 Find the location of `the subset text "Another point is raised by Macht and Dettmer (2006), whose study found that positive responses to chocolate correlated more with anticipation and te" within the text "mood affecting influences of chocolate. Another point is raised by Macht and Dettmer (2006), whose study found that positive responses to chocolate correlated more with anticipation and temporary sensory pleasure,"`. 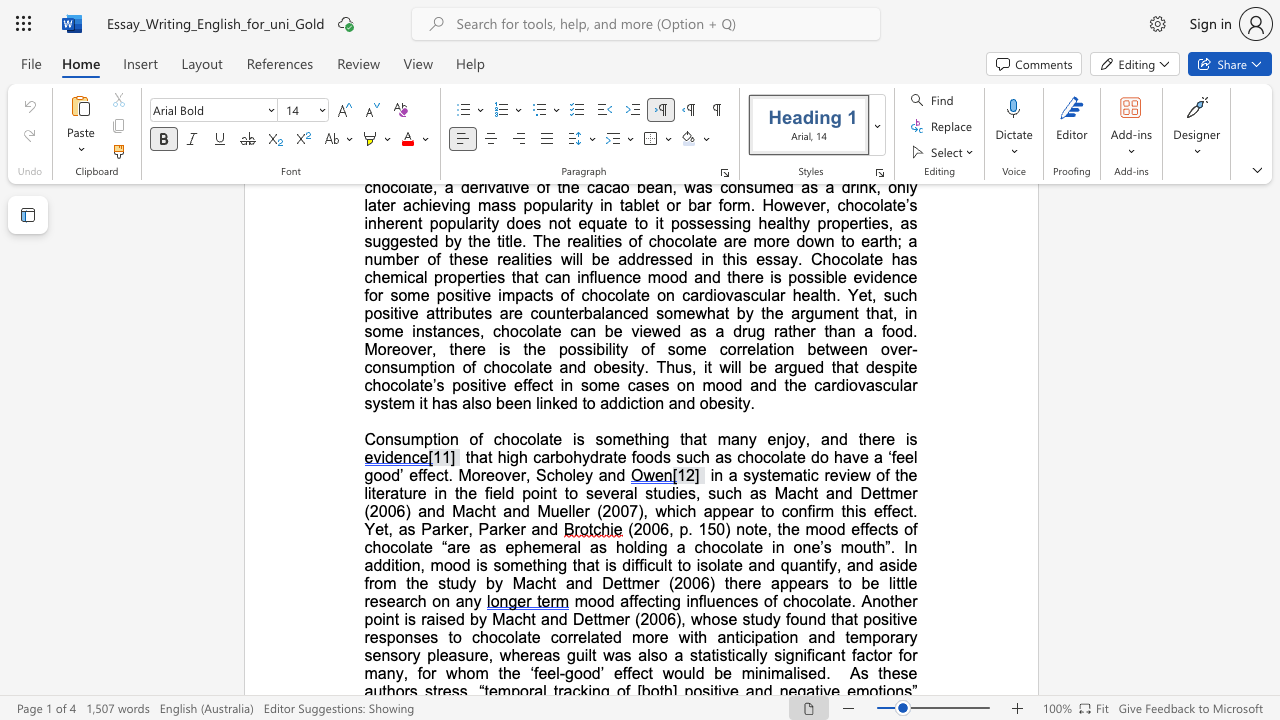

the subset text "Another point is raised by Macht and Dettmer (2006), whose study found that positive responses to chocolate correlated more with anticipation and te" within the text "mood affecting influences of chocolate. Another point is raised by Macht and Dettmer (2006), whose study found that positive responses to chocolate correlated more with anticipation and temporary sensory pleasure," is located at coordinates (861, 600).